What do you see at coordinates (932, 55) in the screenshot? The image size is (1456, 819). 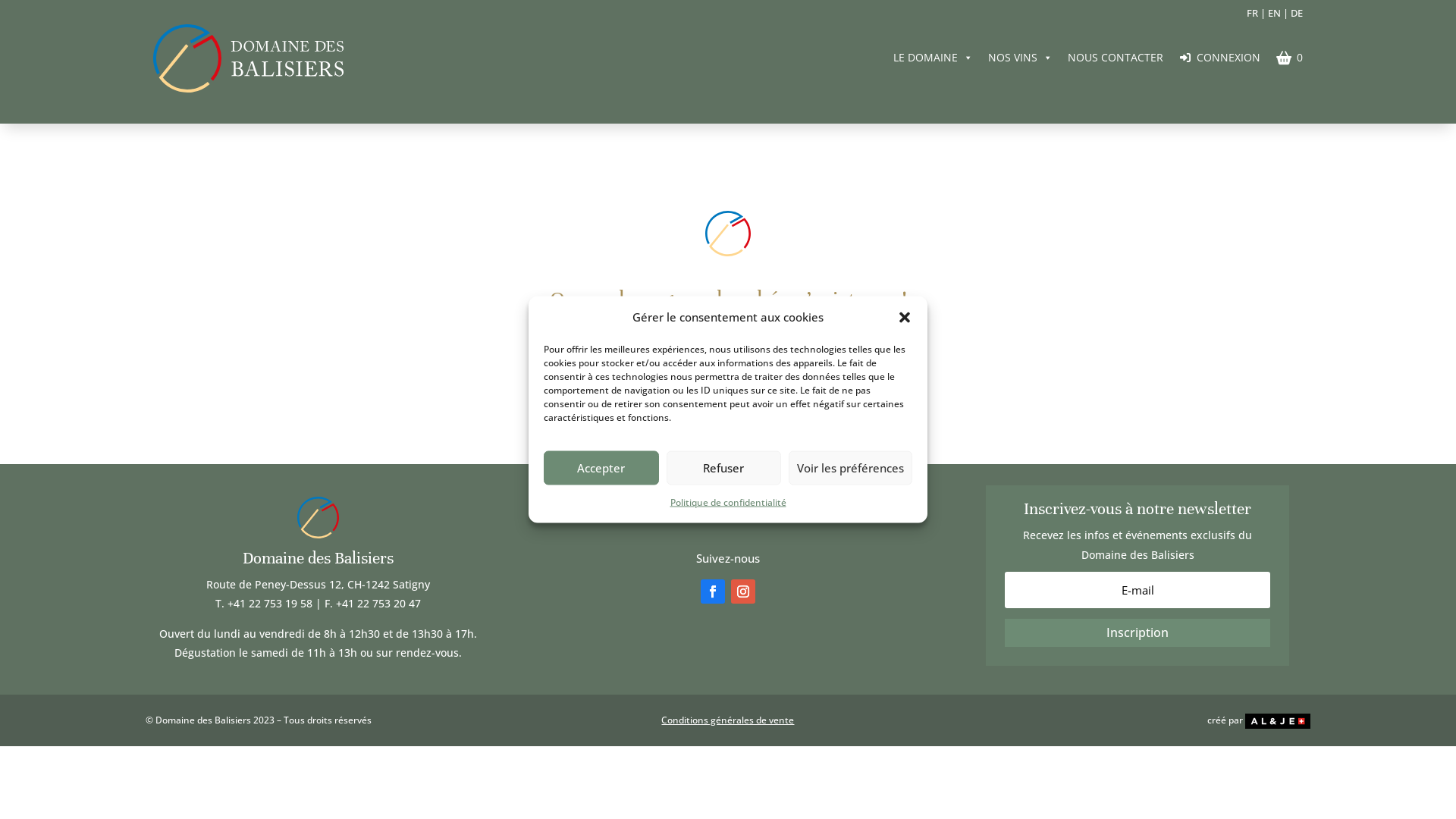 I see `'LE DOMAINE'` at bounding box center [932, 55].